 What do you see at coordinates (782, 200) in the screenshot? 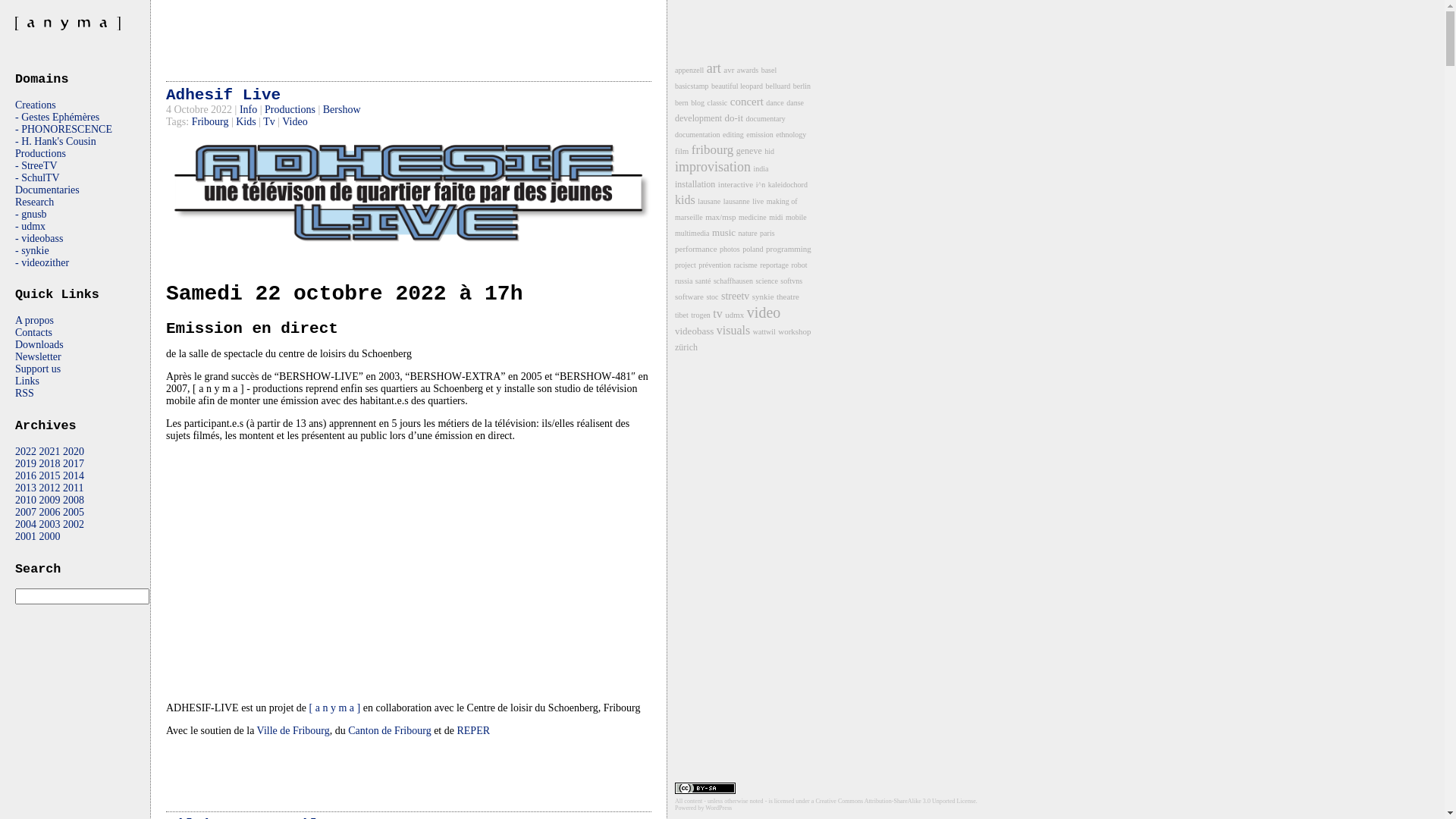
I see `'making of'` at bounding box center [782, 200].